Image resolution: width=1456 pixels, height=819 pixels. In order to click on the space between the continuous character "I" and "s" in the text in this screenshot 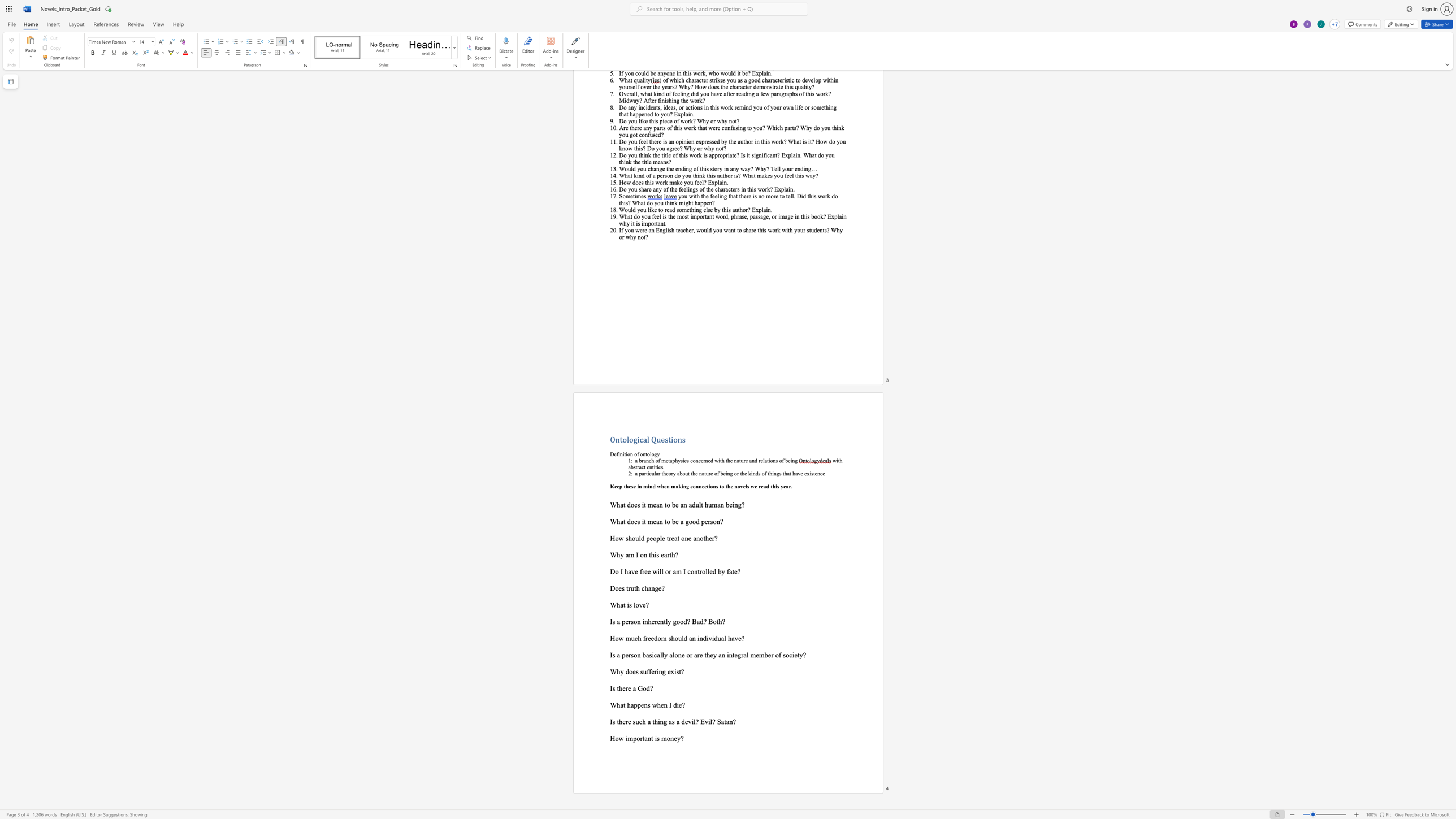, I will do `click(612, 655)`.